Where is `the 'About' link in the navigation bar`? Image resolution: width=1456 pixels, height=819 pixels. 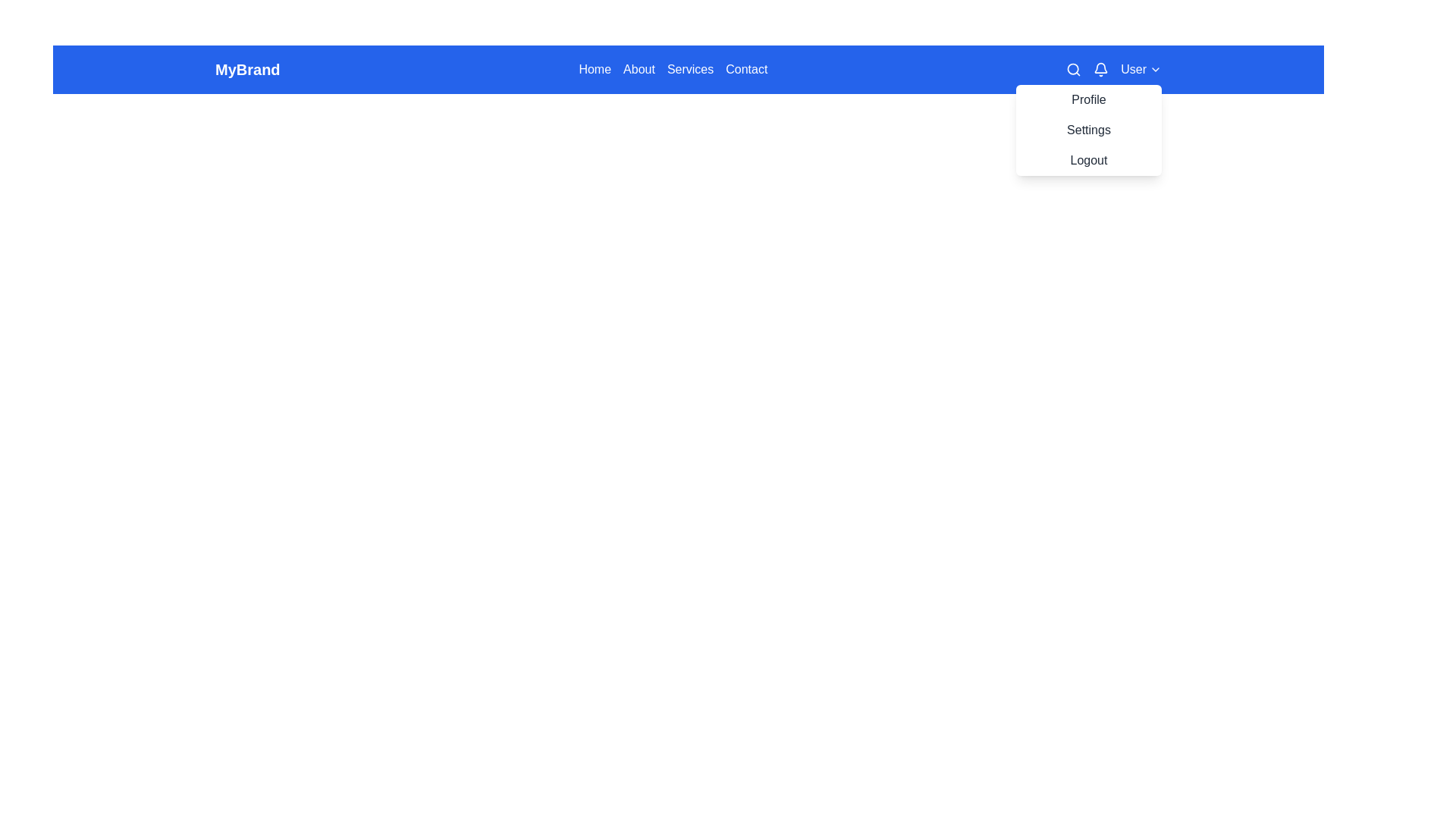
the 'About' link in the navigation bar is located at coordinates (639, 70).